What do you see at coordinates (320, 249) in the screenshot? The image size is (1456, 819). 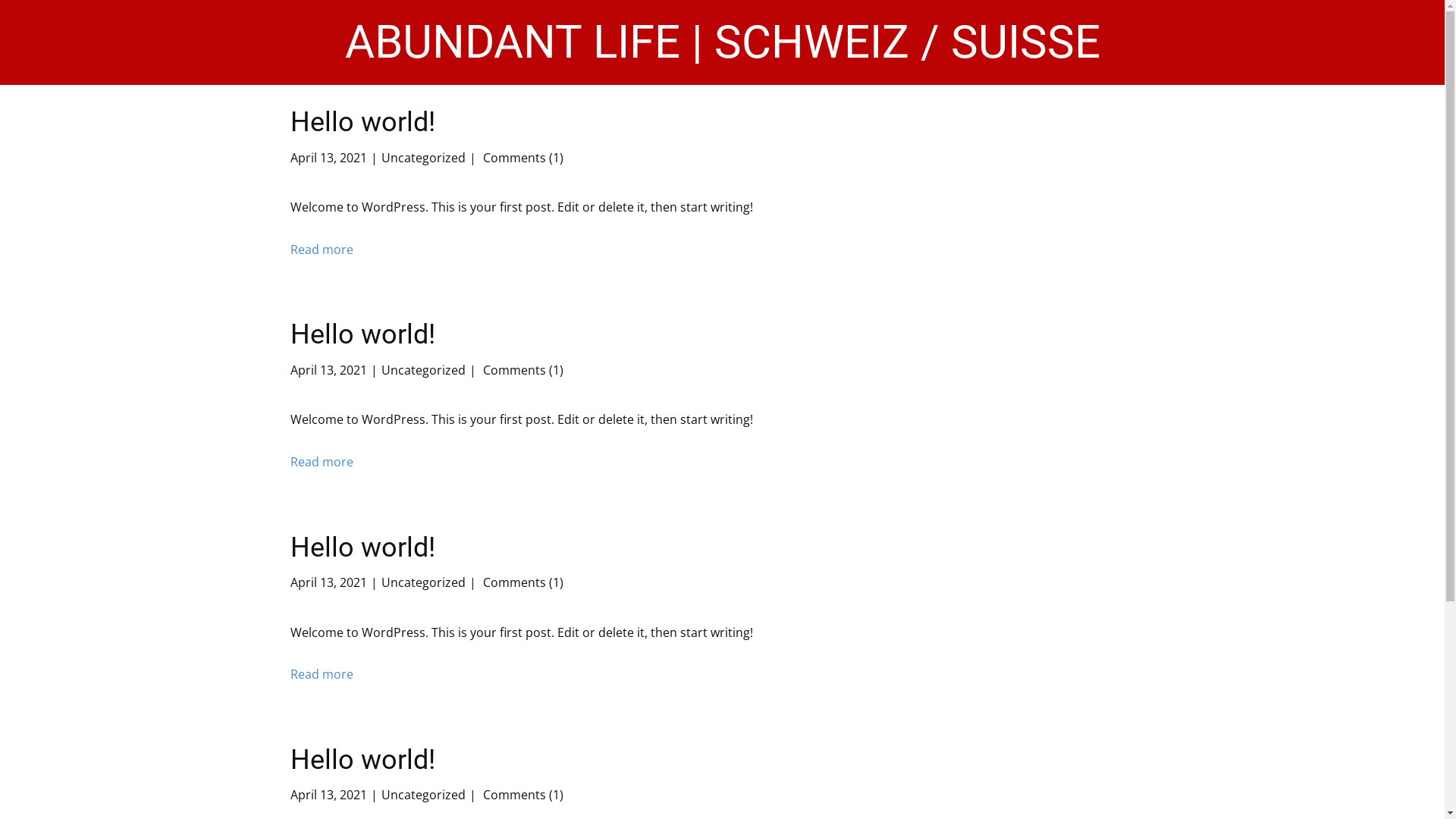 I see `'Read more'` at bounding box center [320, 249].